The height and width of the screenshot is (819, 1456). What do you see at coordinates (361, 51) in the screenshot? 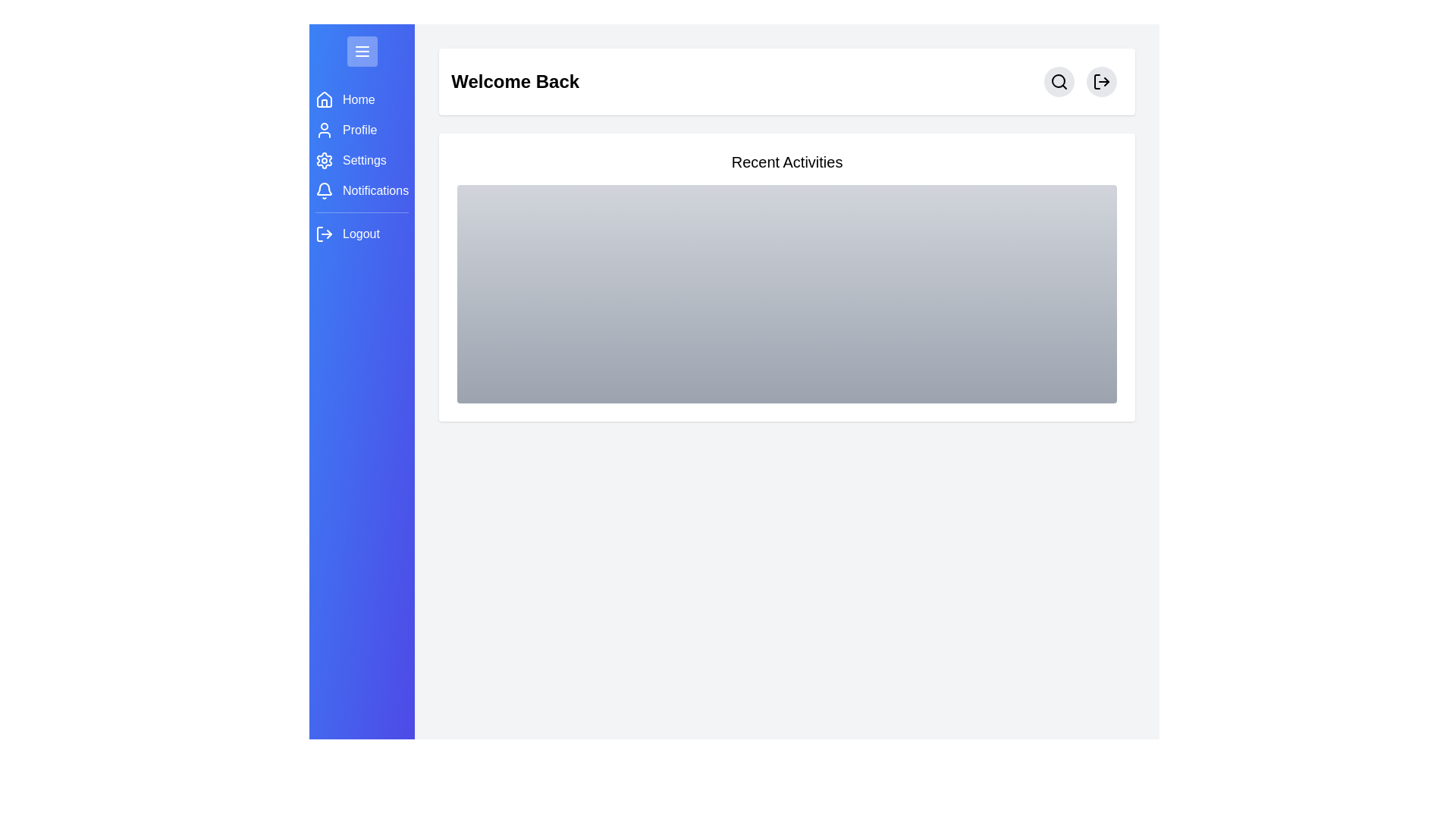
I see `the menu toggle button located at the top of the vertically aligned sidebar` at bounding box center [361, 51].